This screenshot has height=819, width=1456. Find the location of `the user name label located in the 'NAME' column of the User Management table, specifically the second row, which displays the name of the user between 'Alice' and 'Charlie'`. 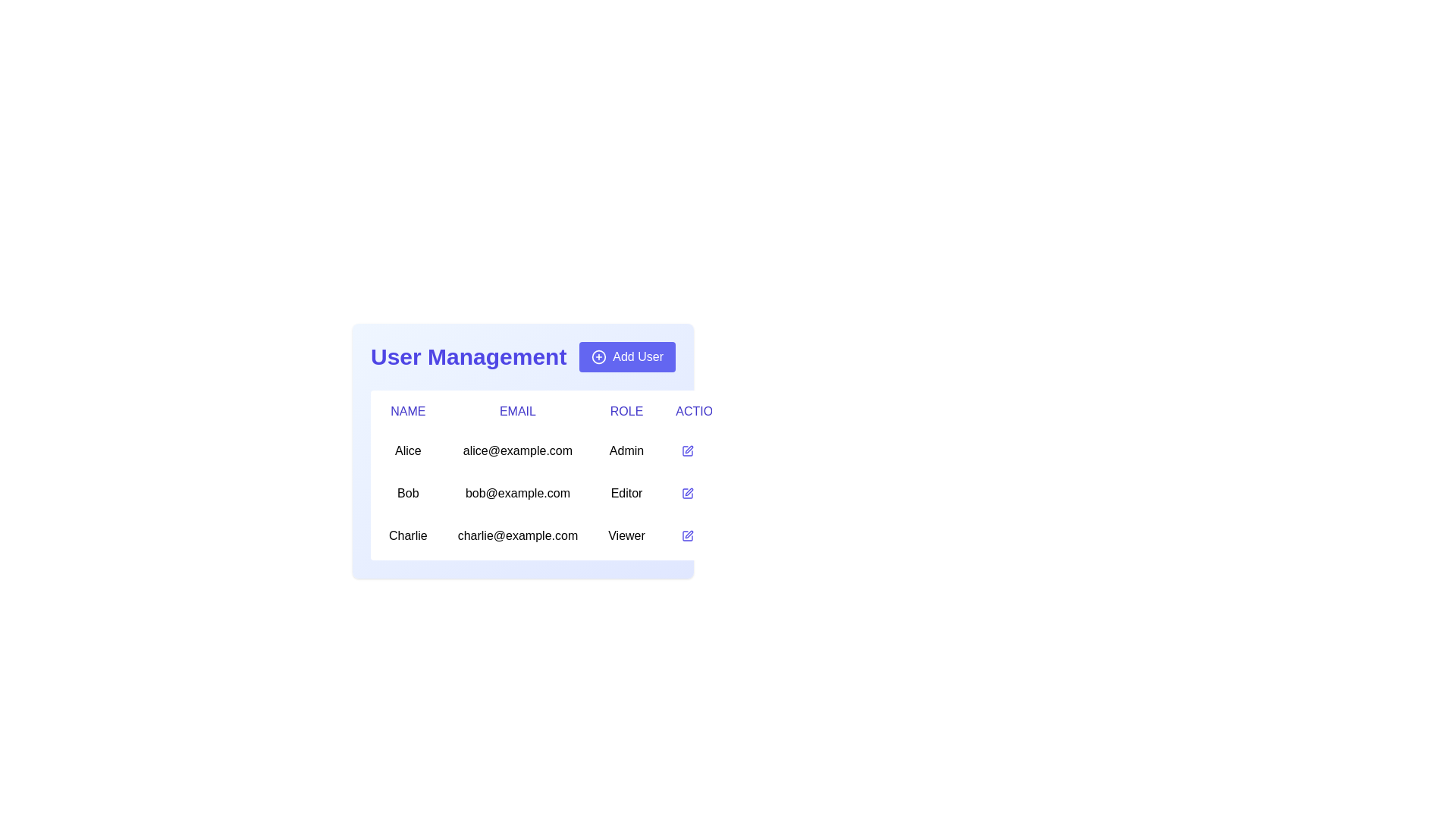

the user name label located in the 'NAME' column of the User Management table, specifically the second row, which displays the name of the user between 'Alice' and 'Charlie' is located at coordinates (408, 494).